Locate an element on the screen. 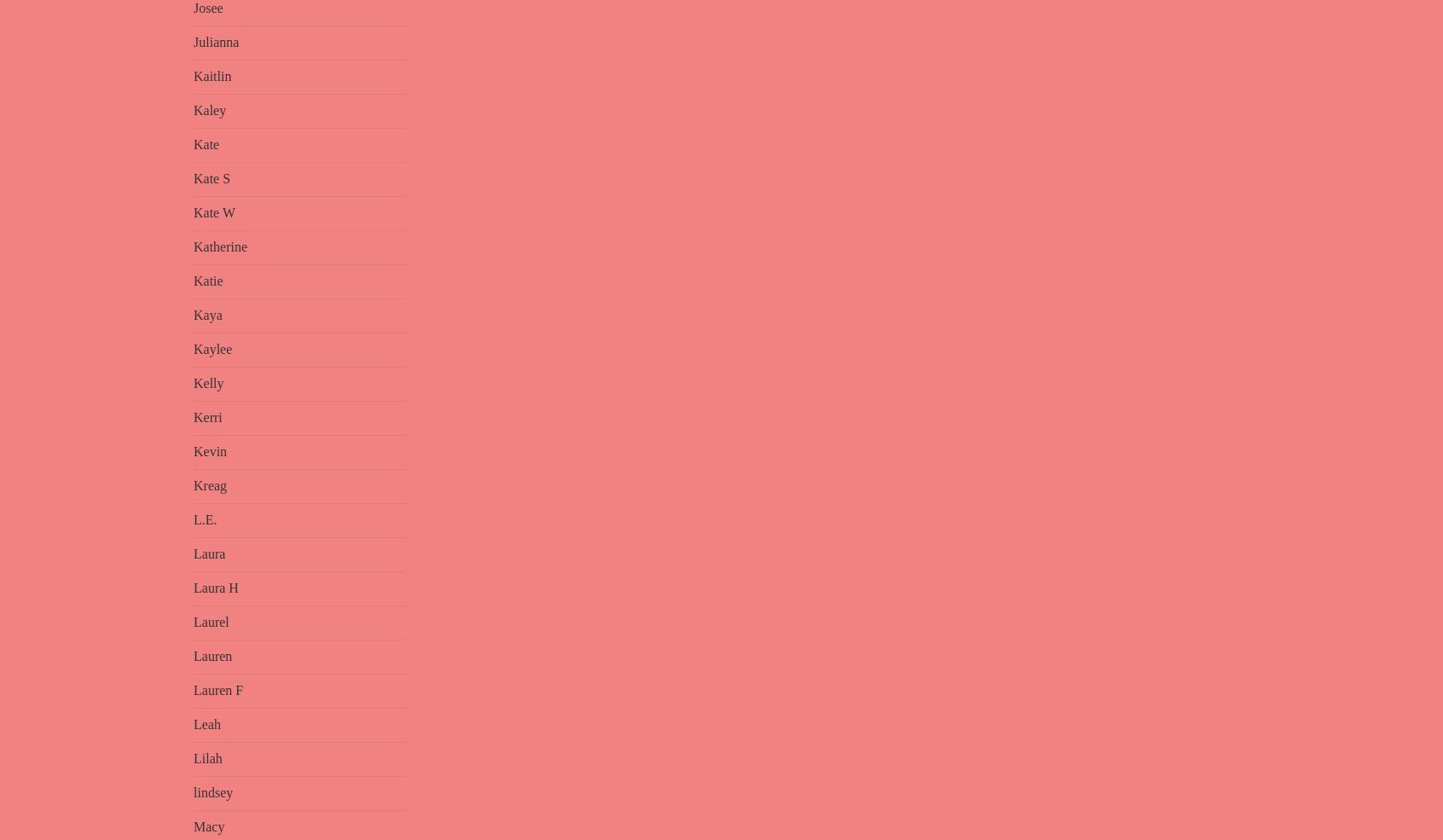 This screenshot has width=1443, height=840. 'Josee' is located at coordinates (207, 7).